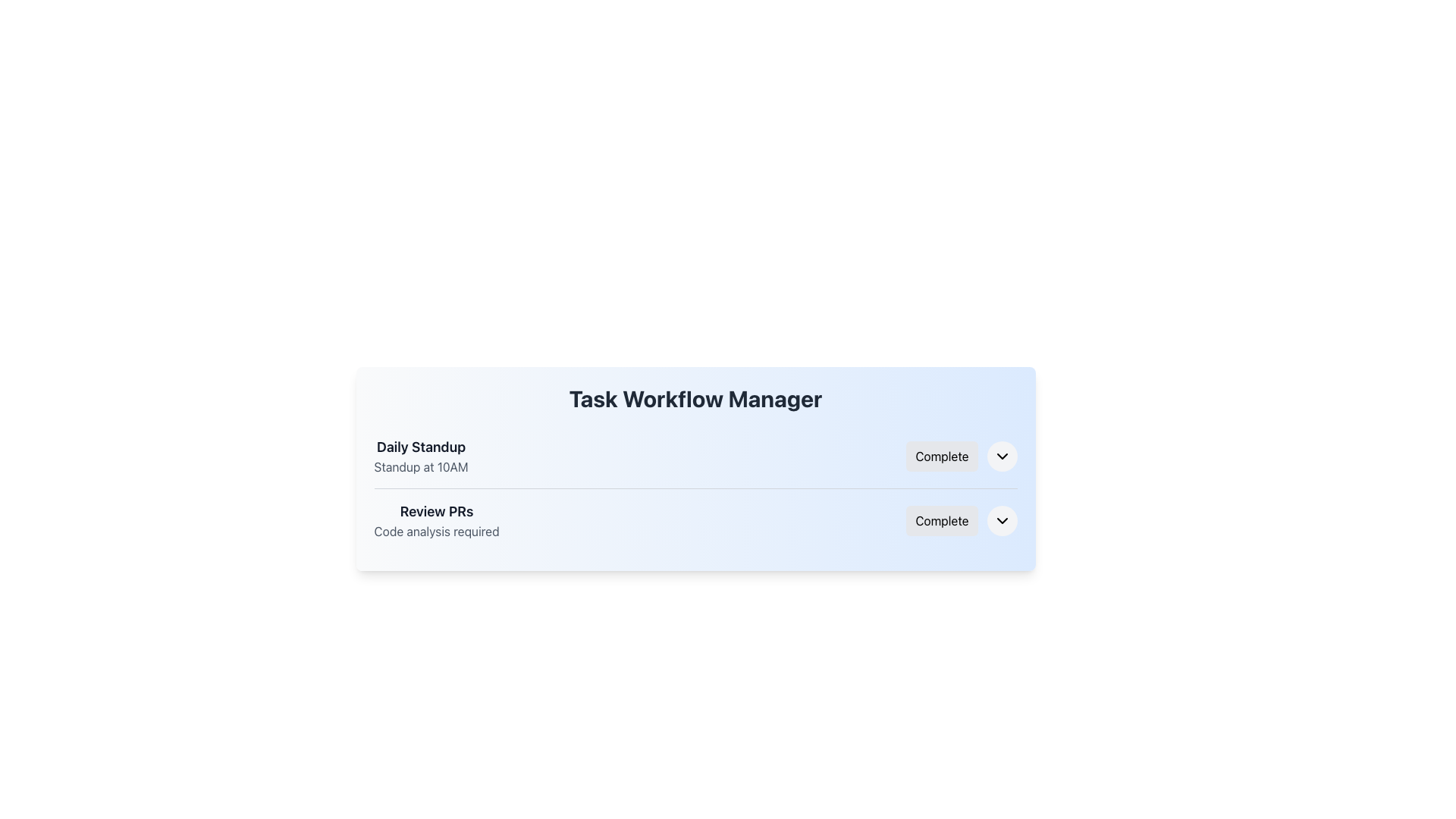  Describe the element at coordinates (436, 531) in the screenshot. I see `the static text element that provides descriptive information about the task titled 'Review PRs', located below the header text within the task card` at that location.